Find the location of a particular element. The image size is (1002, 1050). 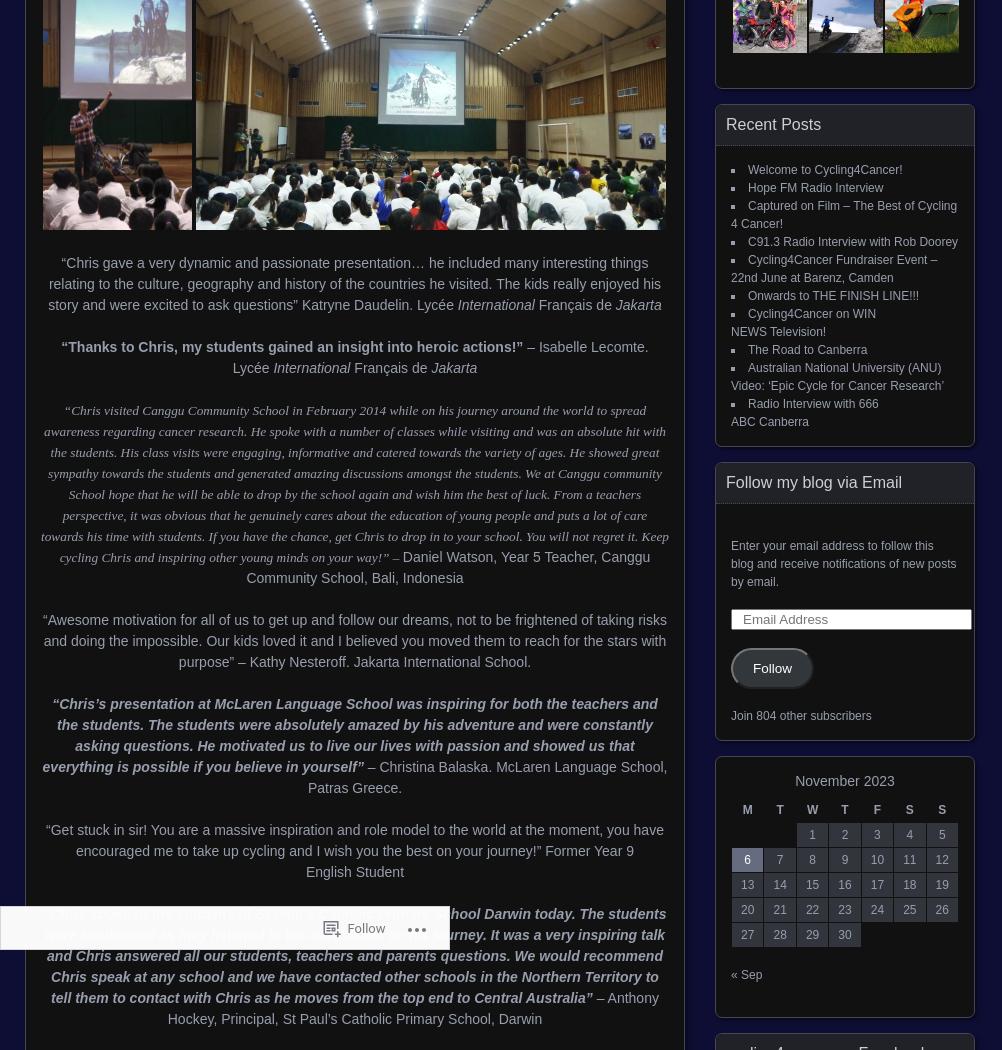

'25' is located at coordinates (909, 910).